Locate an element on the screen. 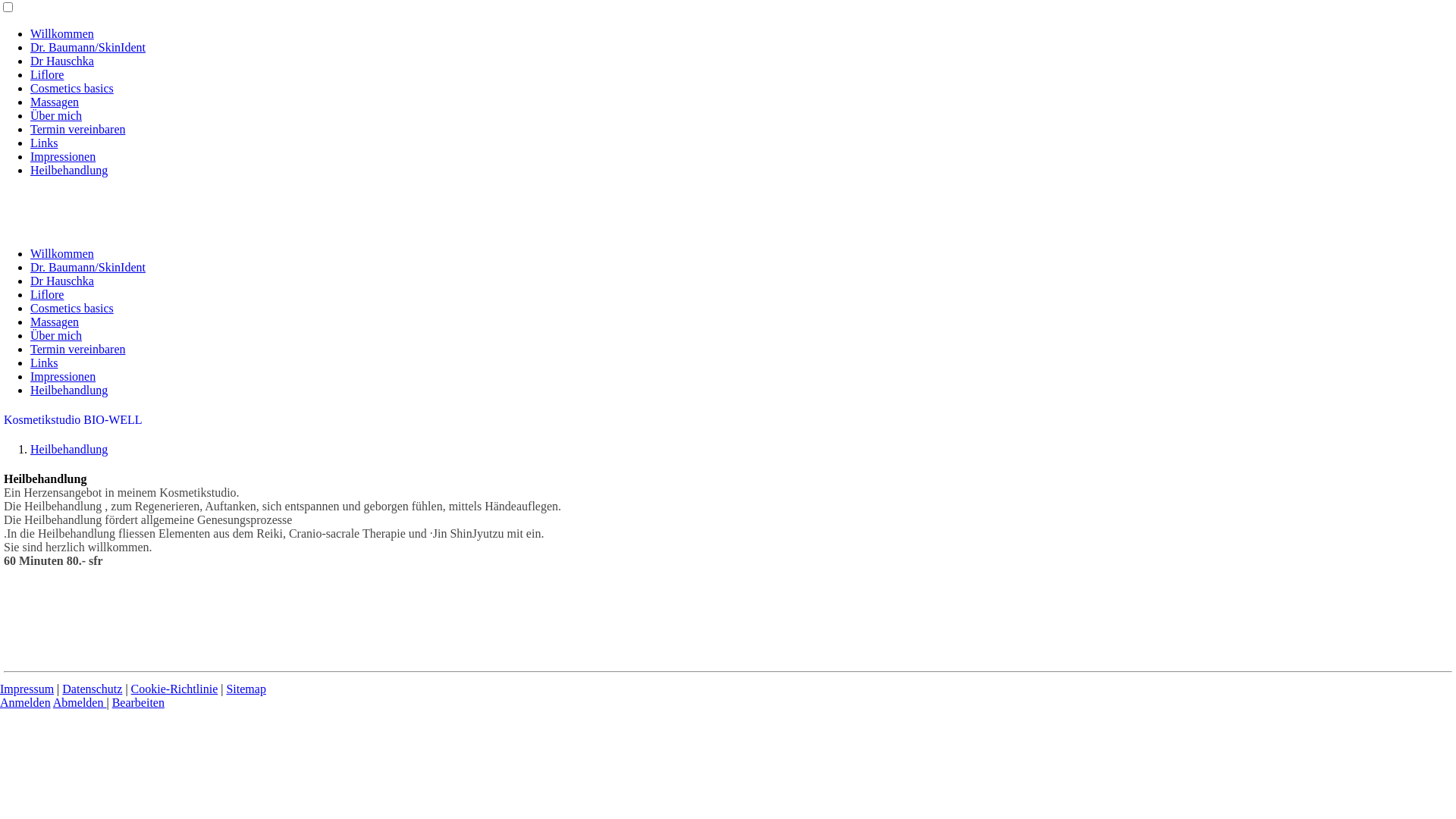  'Abmelden' is located at coordinates (53, 702).